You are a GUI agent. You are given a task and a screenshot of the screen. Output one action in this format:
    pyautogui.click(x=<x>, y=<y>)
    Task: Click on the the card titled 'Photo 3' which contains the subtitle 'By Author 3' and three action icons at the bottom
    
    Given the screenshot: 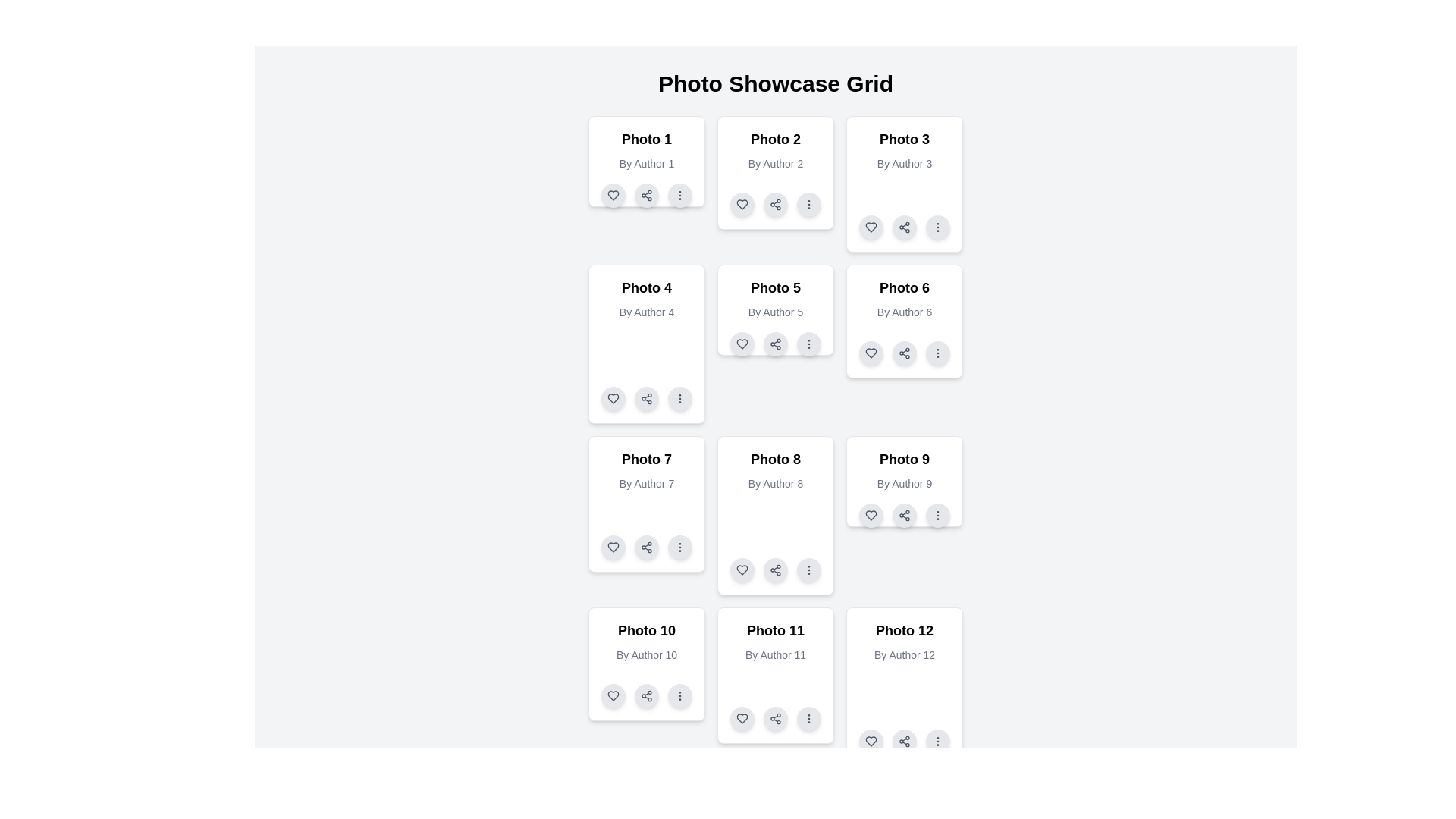 What is the action you would take?
    pyautogui.click(x=905, y=184)
    